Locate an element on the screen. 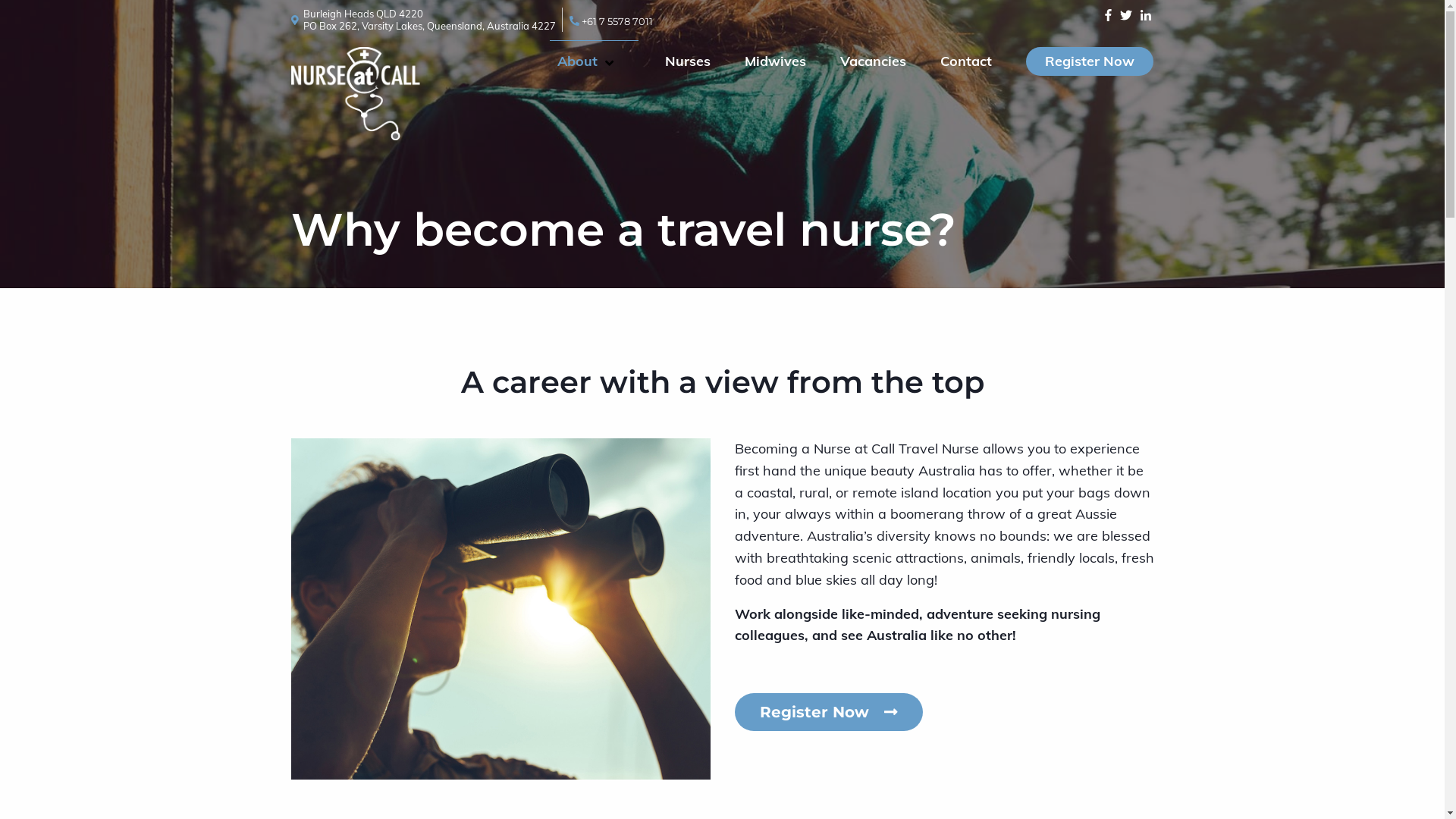 This screenshot has height=819, width=1456. 'Register Now' is located at coordinates (827, 711).